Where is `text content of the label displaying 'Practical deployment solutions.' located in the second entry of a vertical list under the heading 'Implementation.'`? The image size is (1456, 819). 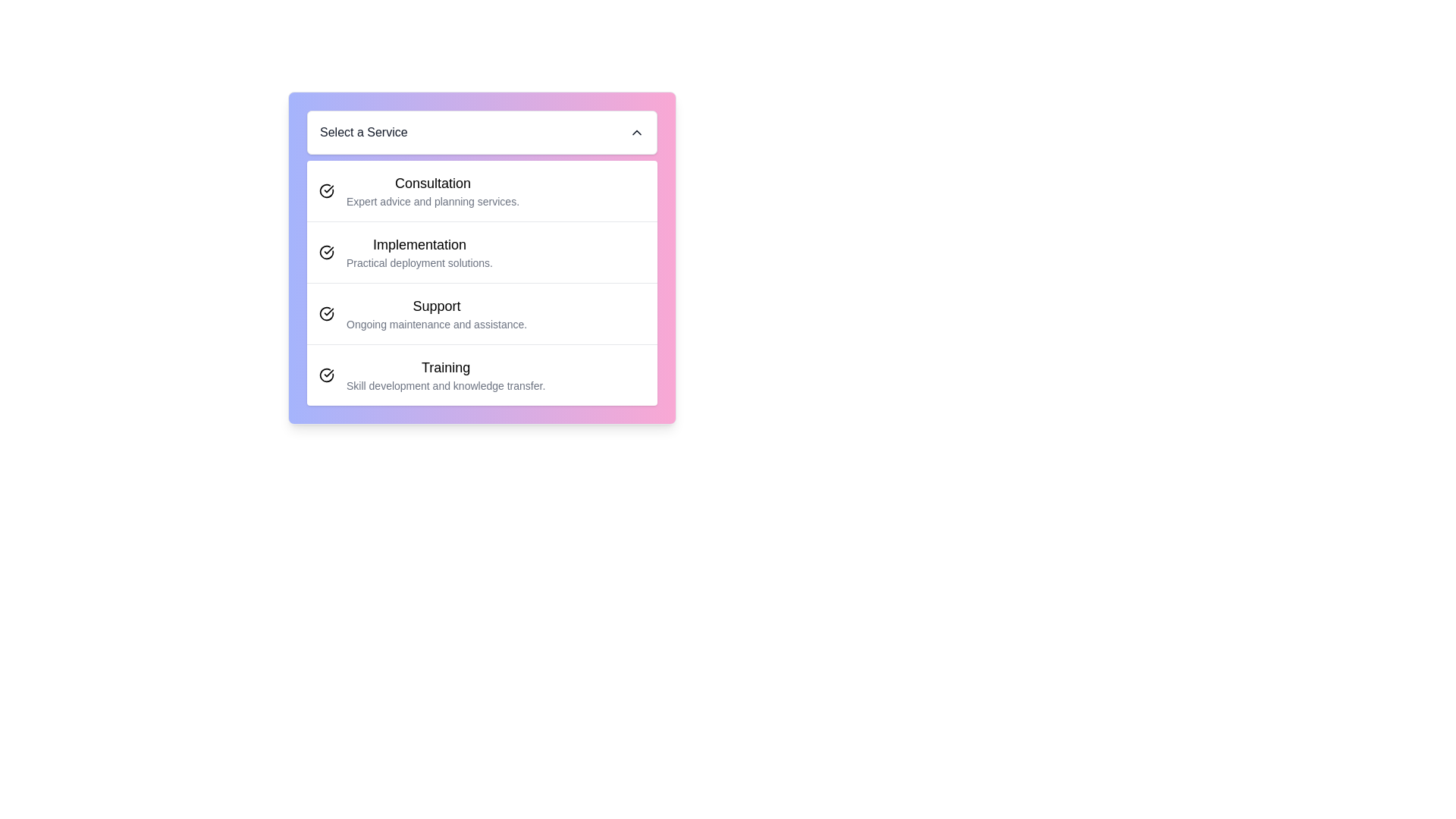
text content of the label displaying 'Practical deployment solutions.' located in the second entry of a vertical list under the heading 'Implementation.' is located at coordinates (419, 262).